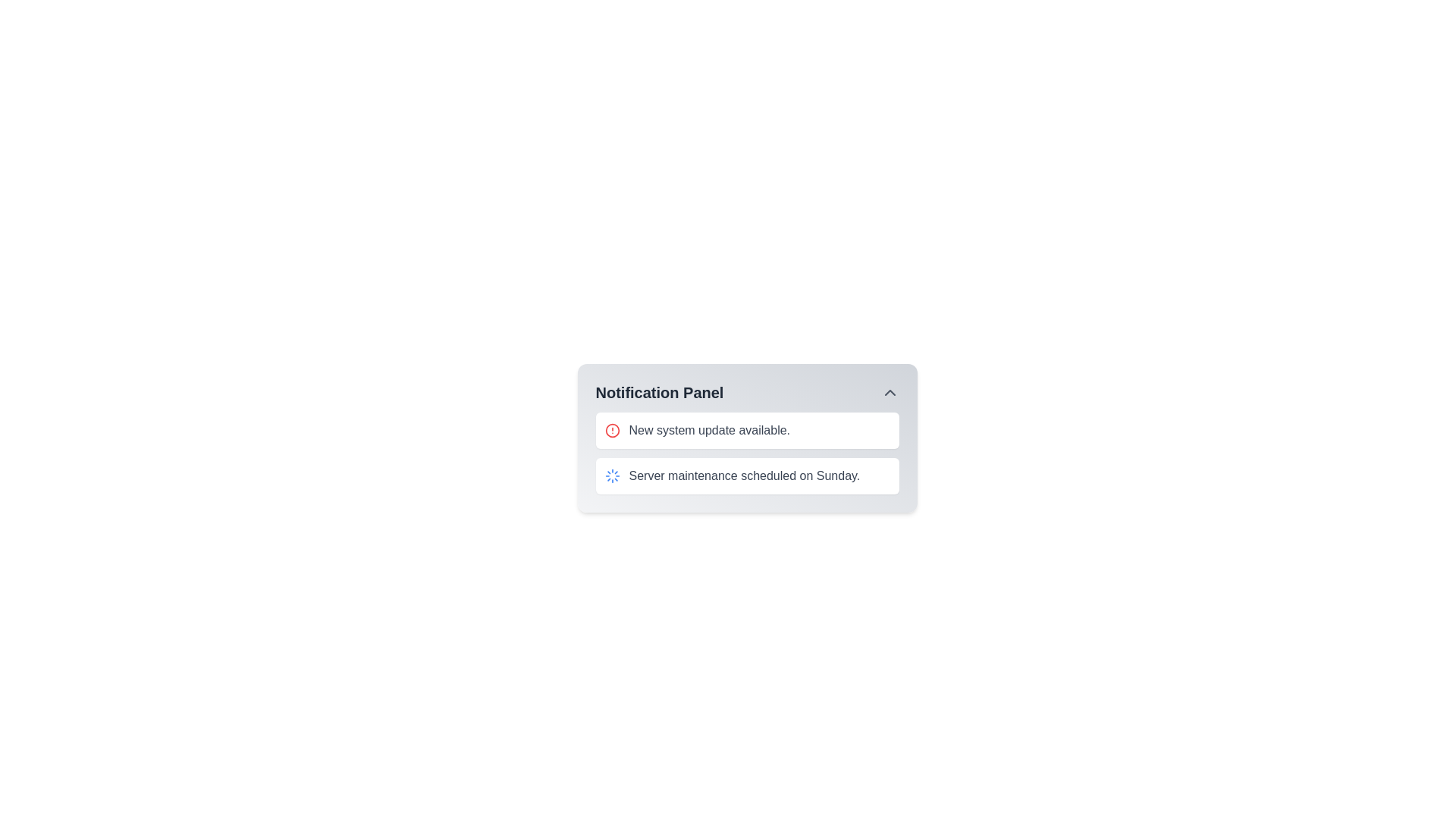  I want to click on the notification list containing two notifications, one with a red alert icon and the text 'New system update available.' and another with a blue spinner icon and the text 'Server maintenance scheduled on Sunday.' for further actions or, so click(747, 452).